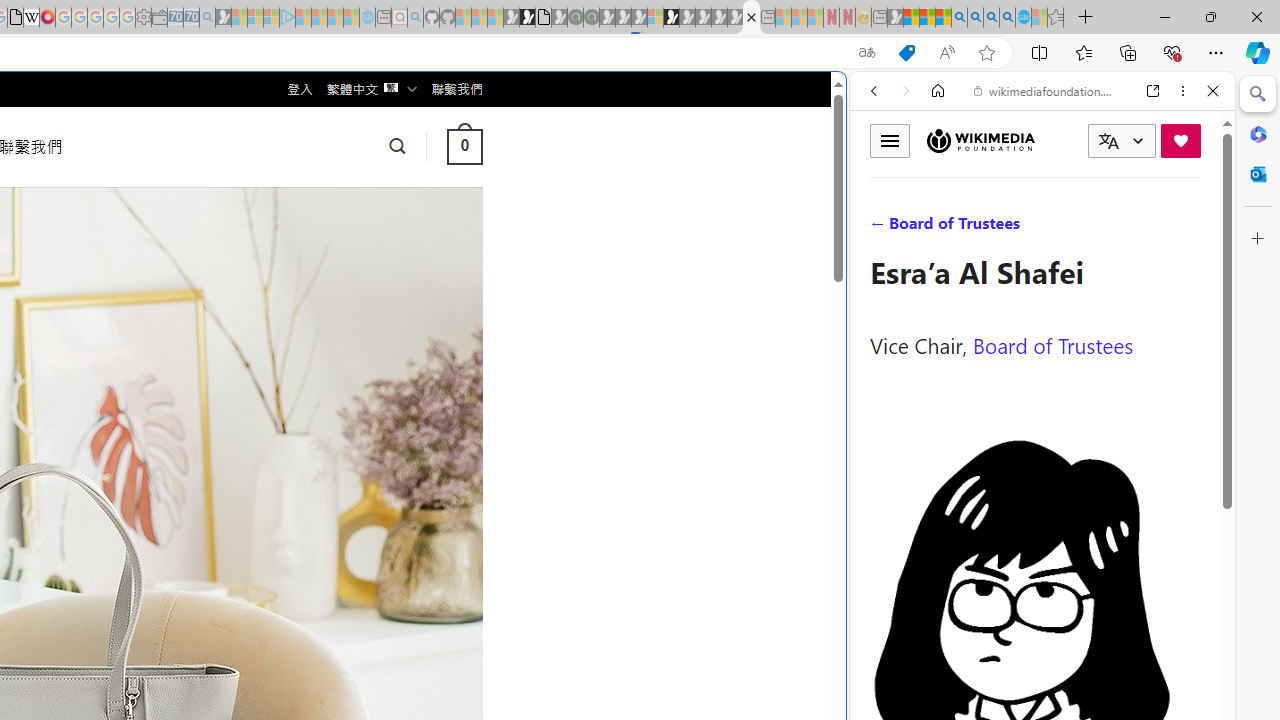 This screenshot has height=720, width=1280. Describe the element at coordinates (844, 102) in the screenshot. I see `'Close split screen'` at that location.